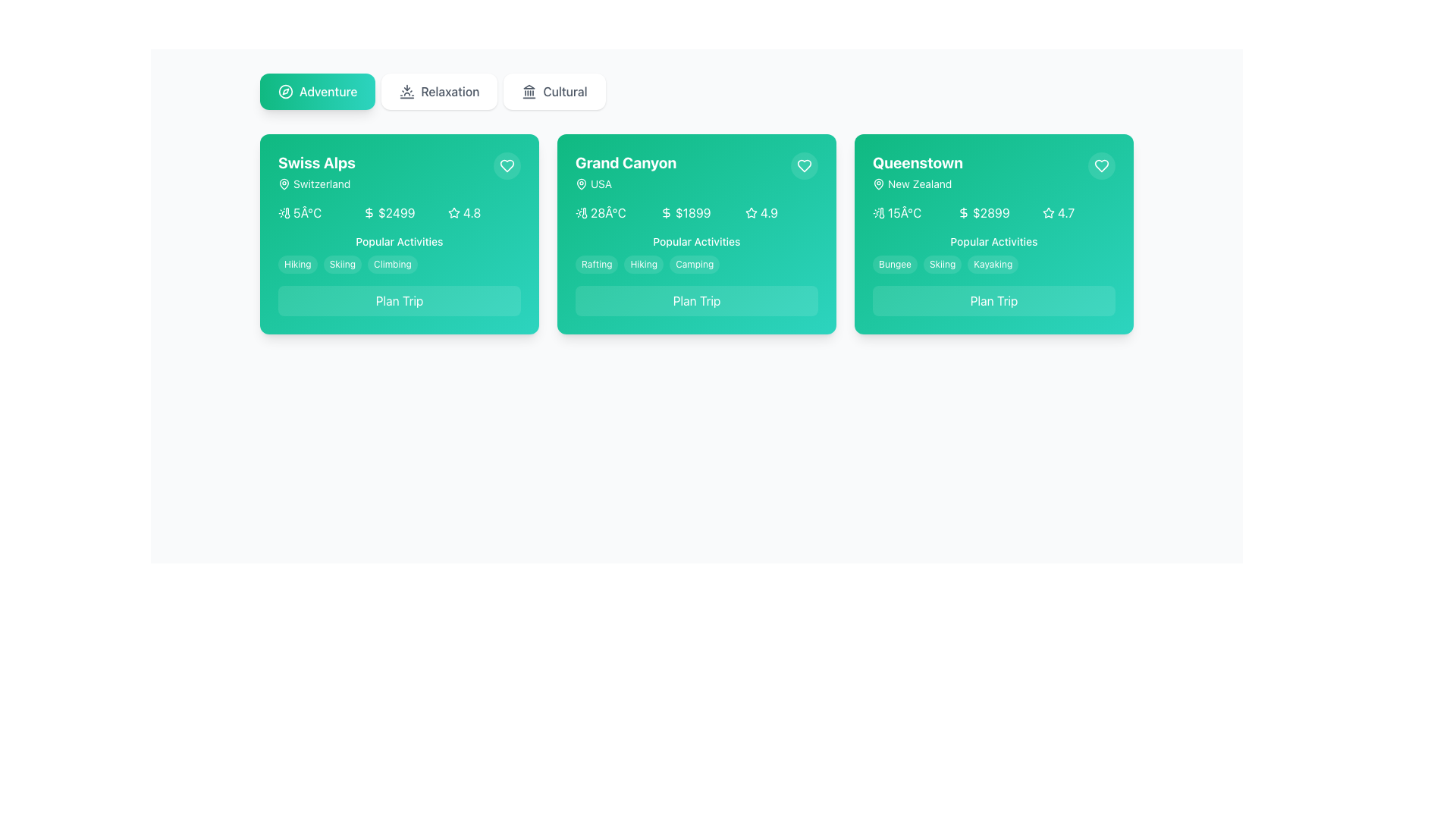  What do you see at coordinates (286, 91) in the screenshot?
I see `the 'Adventure' button which contains the adventure icon positioned near its left edge, adjacent to the text 'Adventure'` at bounding box center [286, 91].